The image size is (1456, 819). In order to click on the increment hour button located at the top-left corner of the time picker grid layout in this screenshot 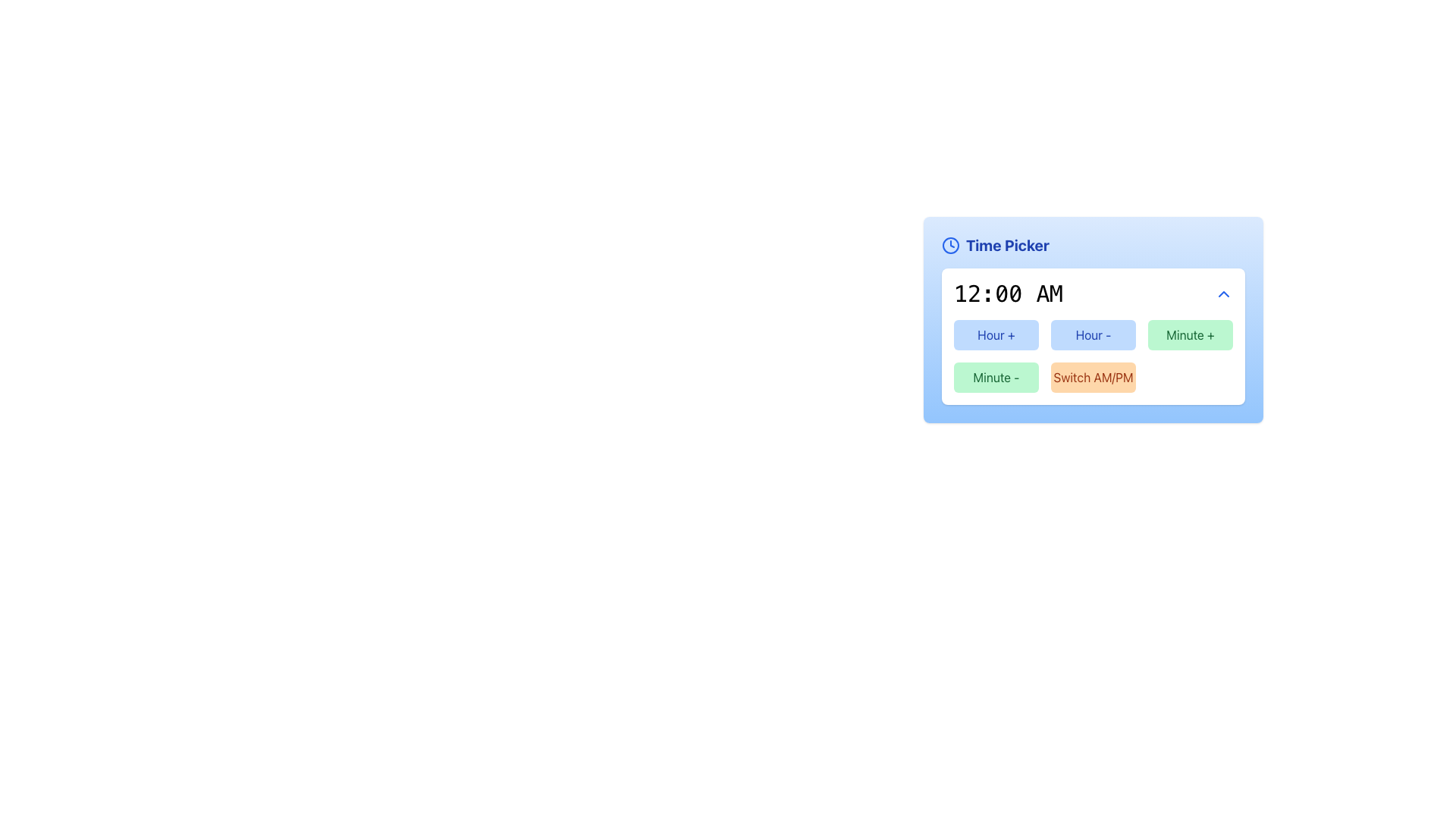, I will do `click(996, 334)`.